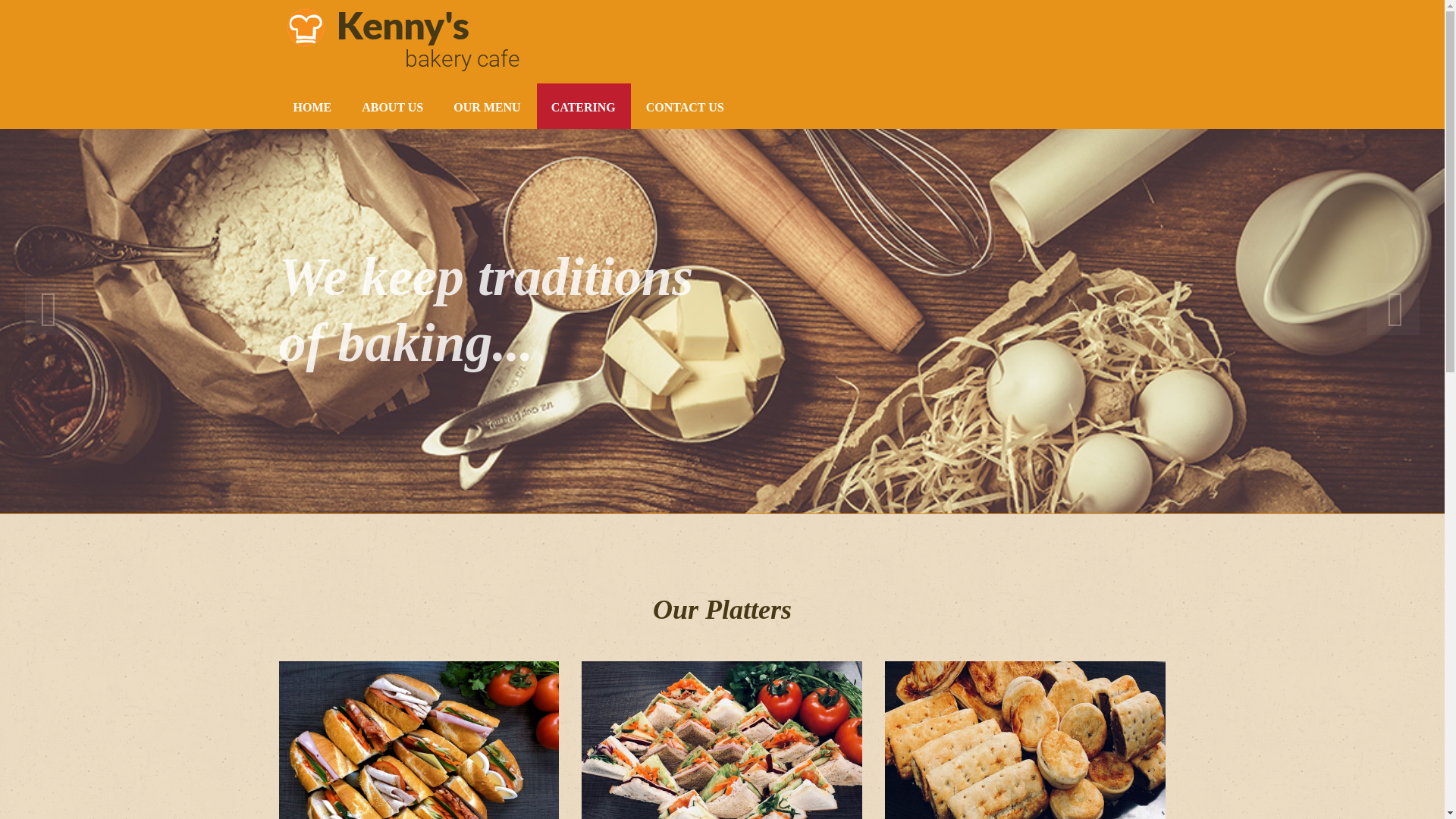  Describe the element at coordinates (346, 105) in the screenshot. I see `'ABOUT US'` at that location.